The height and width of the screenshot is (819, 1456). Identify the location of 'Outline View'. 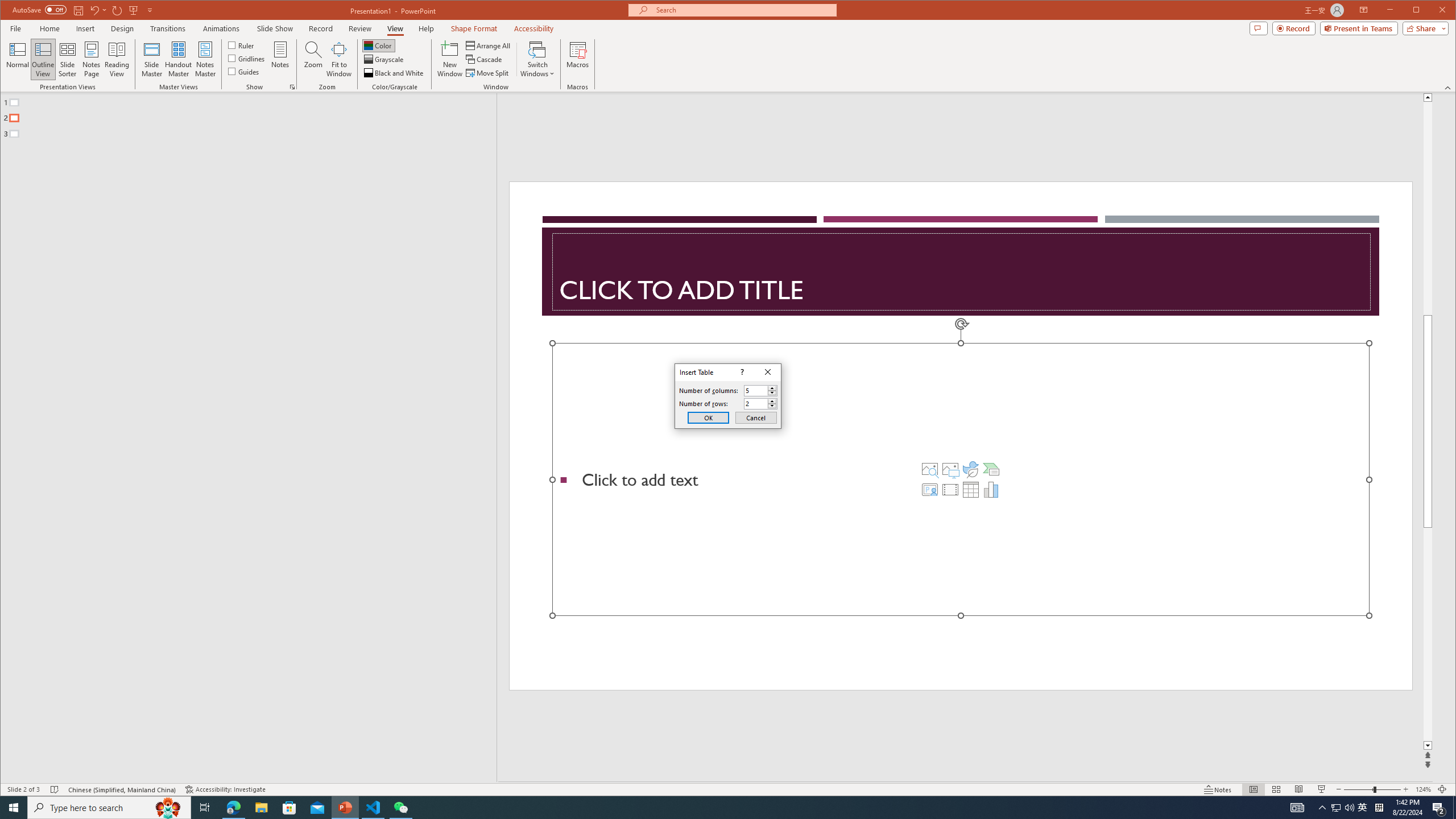
(42, 59).